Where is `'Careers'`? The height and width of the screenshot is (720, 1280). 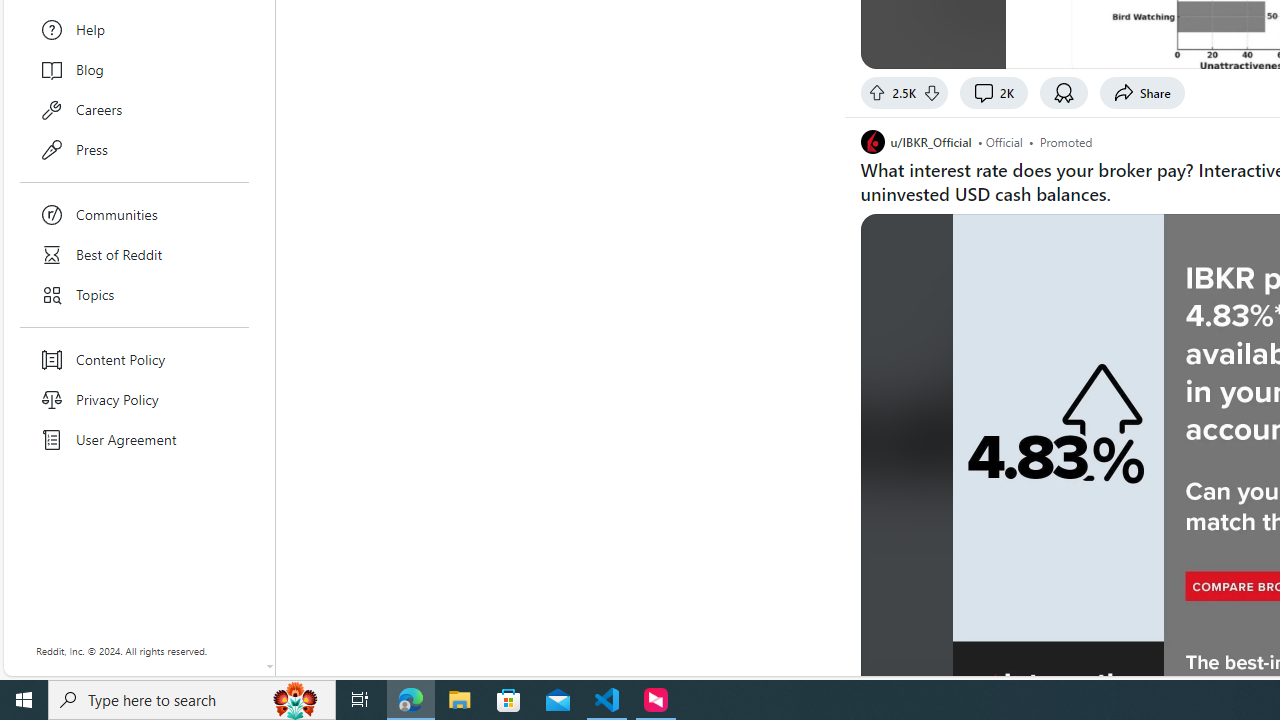 'Careers' is located at coordinates (134, 110).